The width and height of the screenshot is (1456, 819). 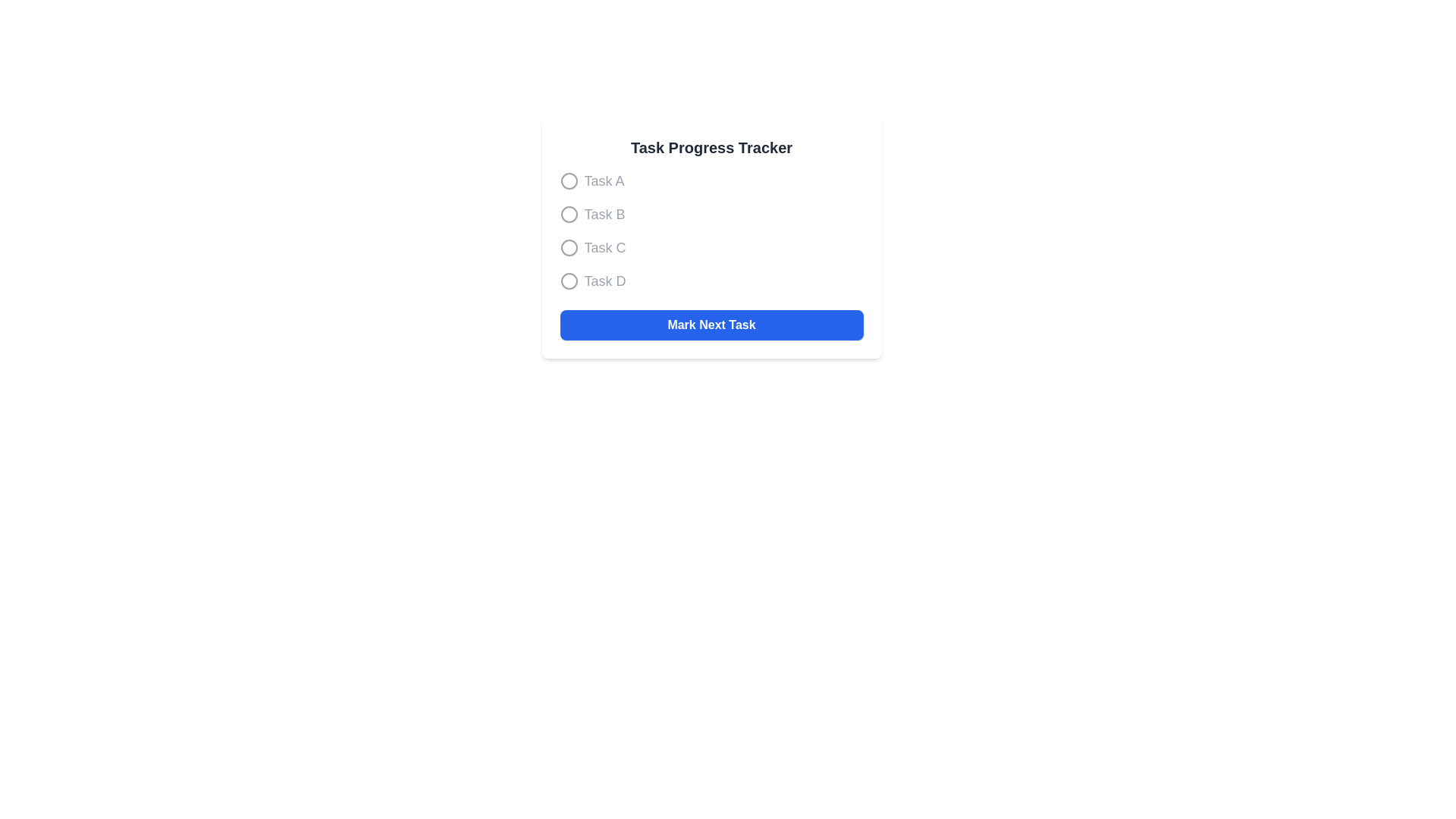 I want to click on the text label 'Task D', which is styled in gray color and is horizontally aligned with a circular icon to its left, located in the bottom part of the vertical list within the 'Task Progress Tracker' form, so click(x=604, y=281).